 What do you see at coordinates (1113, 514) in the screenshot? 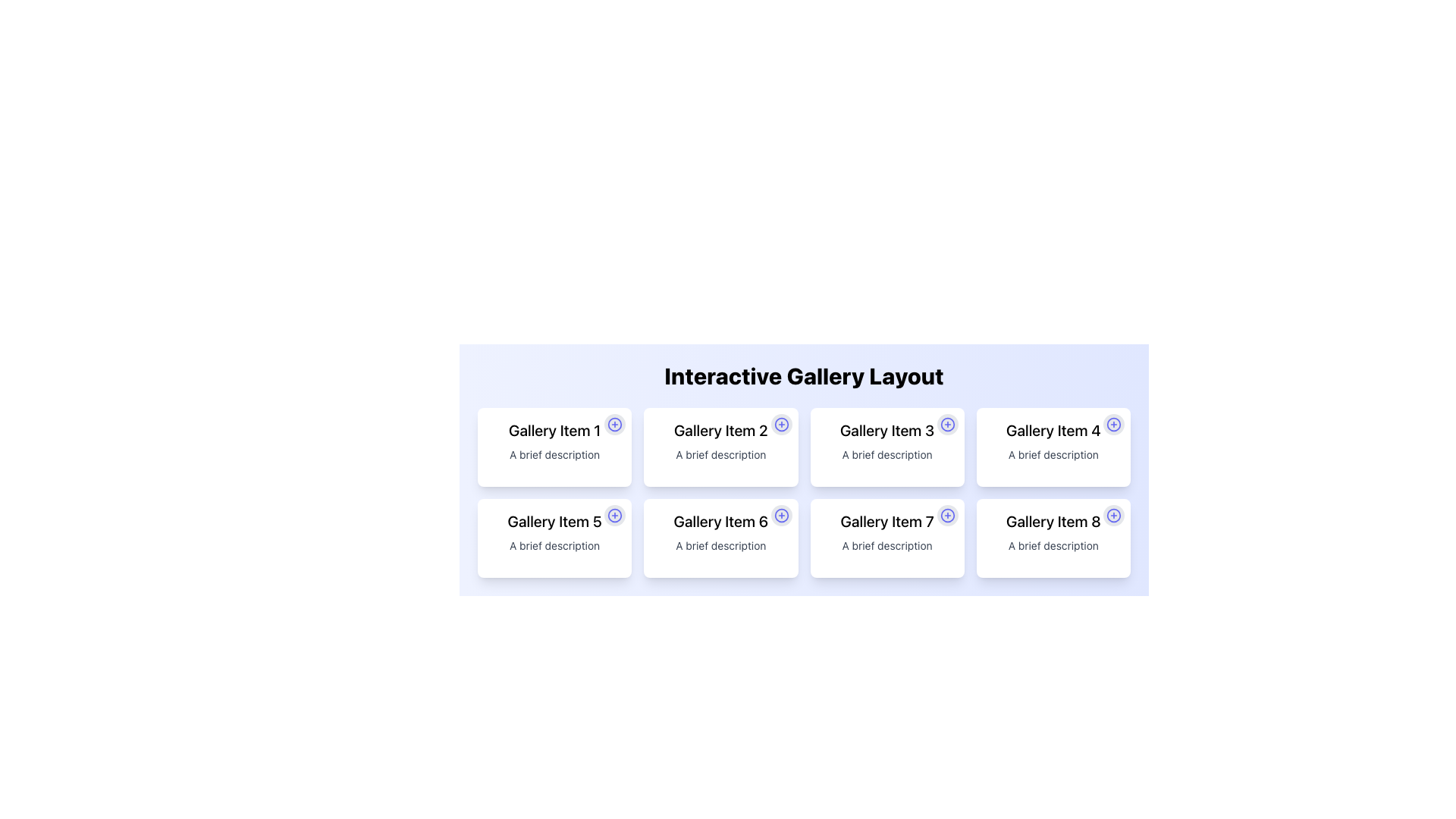
I see `the circular icon button with a plus symbol, located in the top-right corner of the card labeled 'Gallery Item 8'` at bounding box center [1113, 514].